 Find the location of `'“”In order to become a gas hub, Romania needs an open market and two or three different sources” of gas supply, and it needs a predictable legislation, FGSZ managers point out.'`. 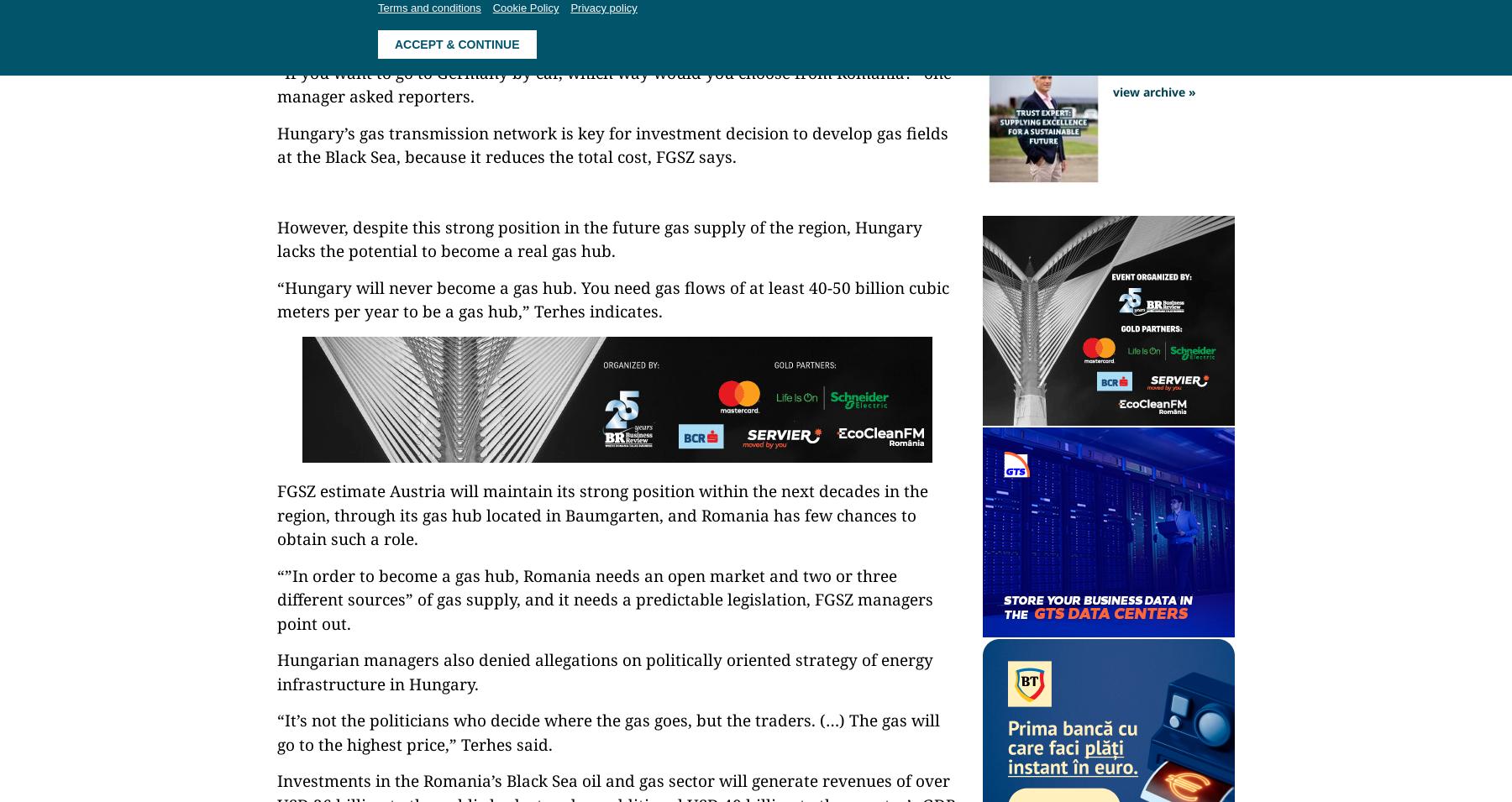

'“”In order to become a gas hub, Romania needs an open market and two or three different sources” of gas supply, and it needs a predictable legislation, FGSZ managers point out.' is located at coordinates (604, 598).